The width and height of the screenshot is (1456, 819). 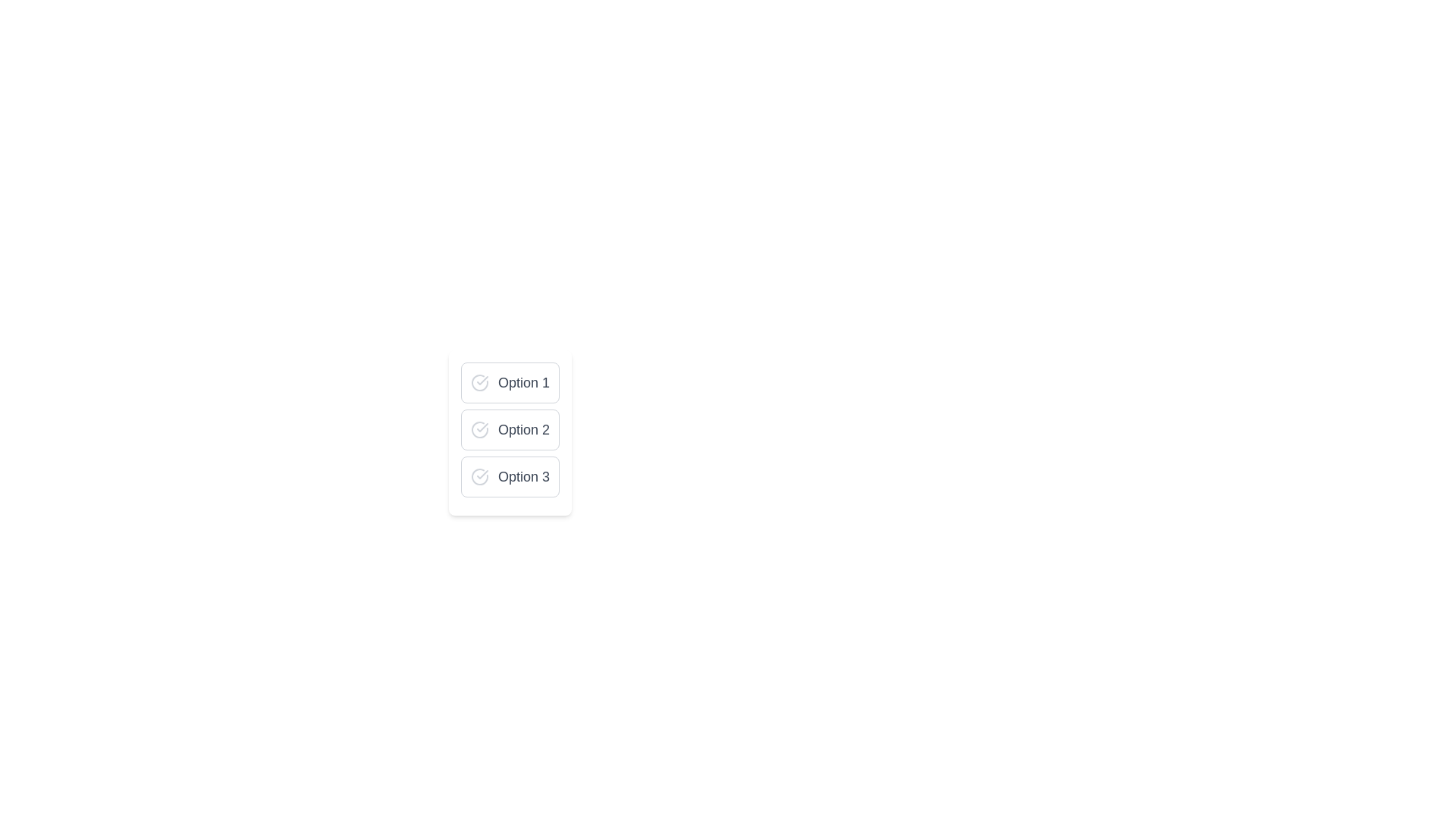 I want to click on text 'Option 3' from the selectable list item positioned as the third entry in a vertical stack, located below 'Option 2', so click(x=510, y=475).